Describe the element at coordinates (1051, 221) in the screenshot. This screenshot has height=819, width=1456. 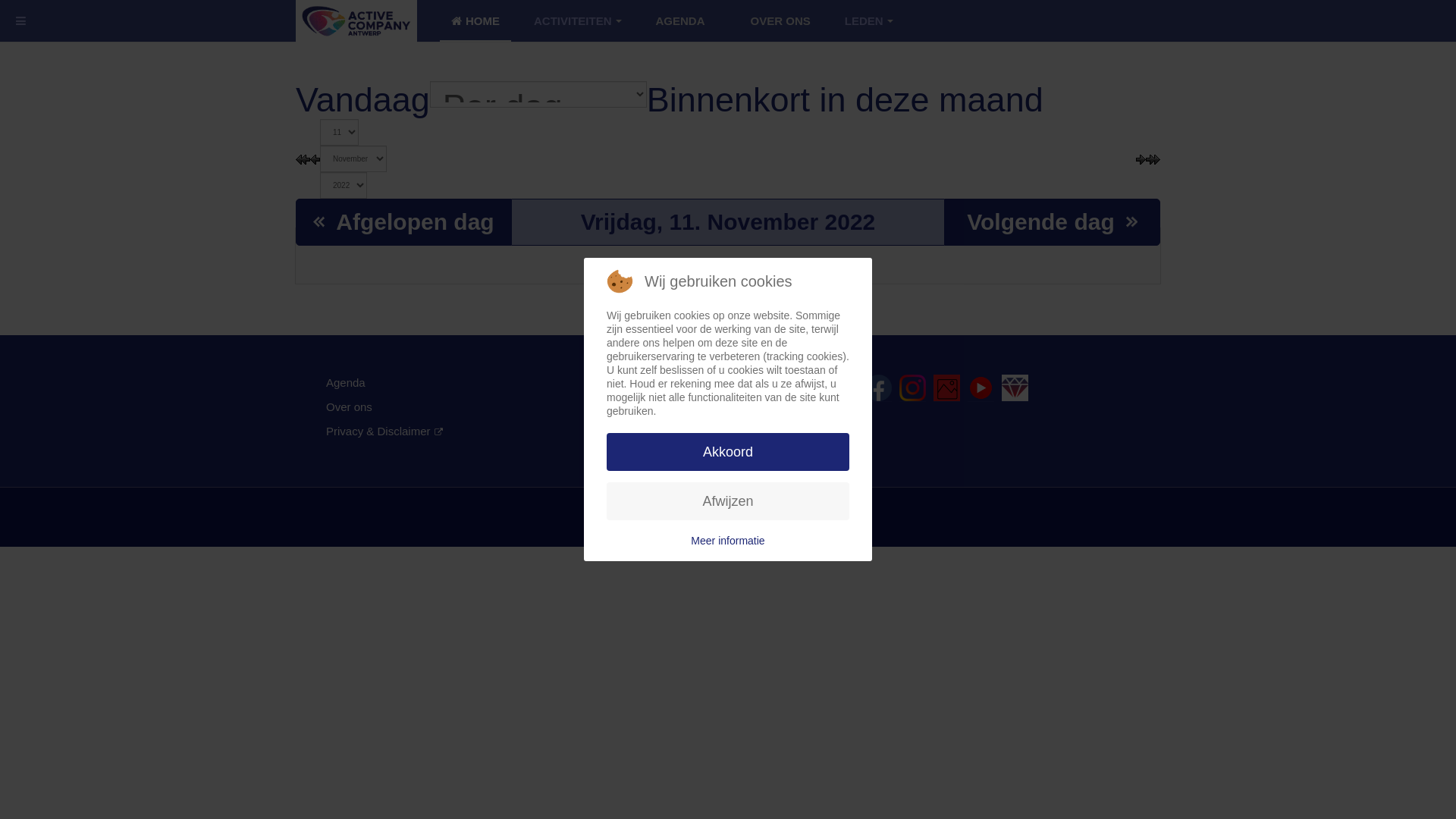
I see `'Volgende dag'` at that location.